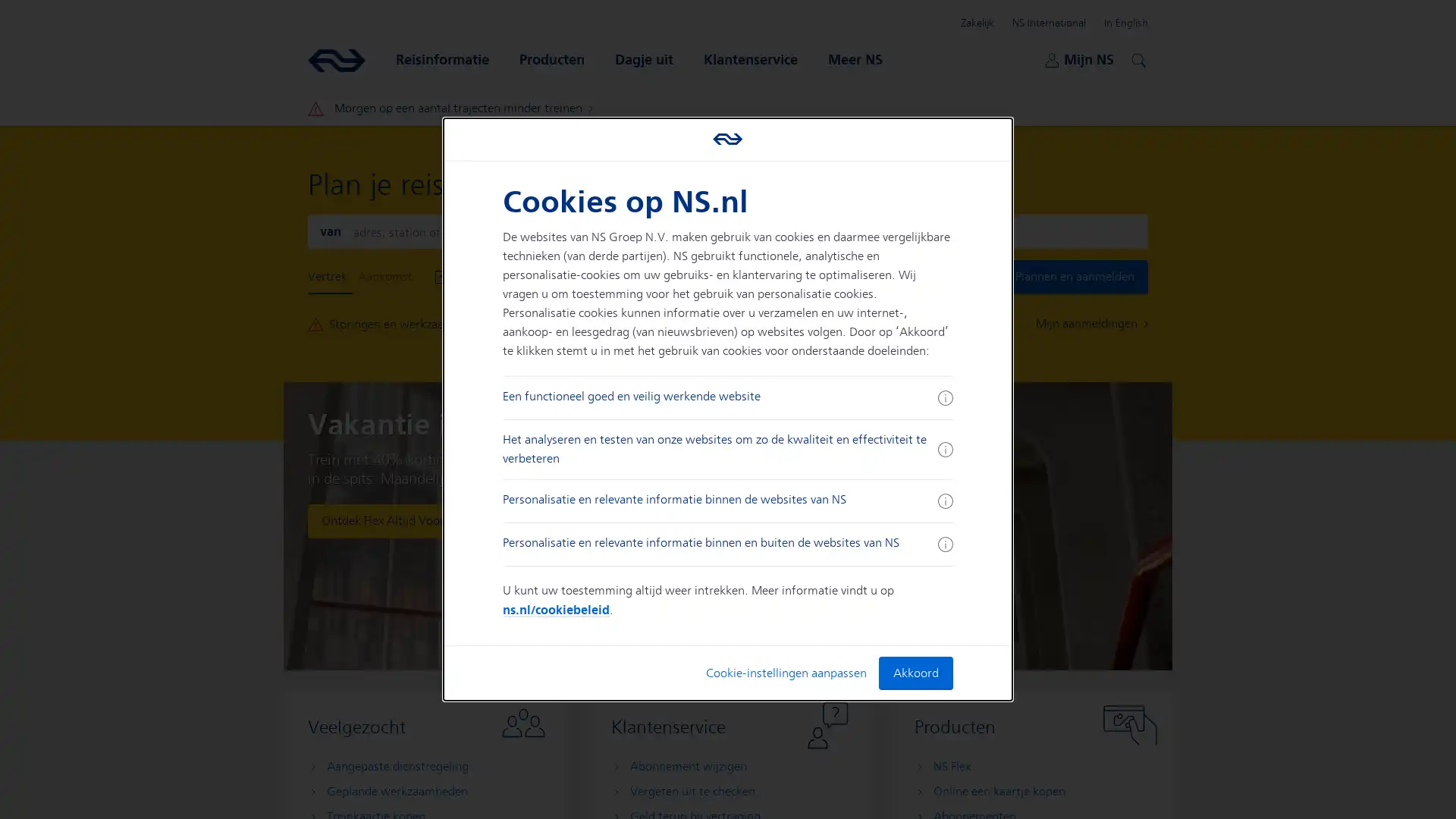 The height and width of the screenshot is (819, 1456). I want to click on Klantenservice Open submenu, so click(750, 58).